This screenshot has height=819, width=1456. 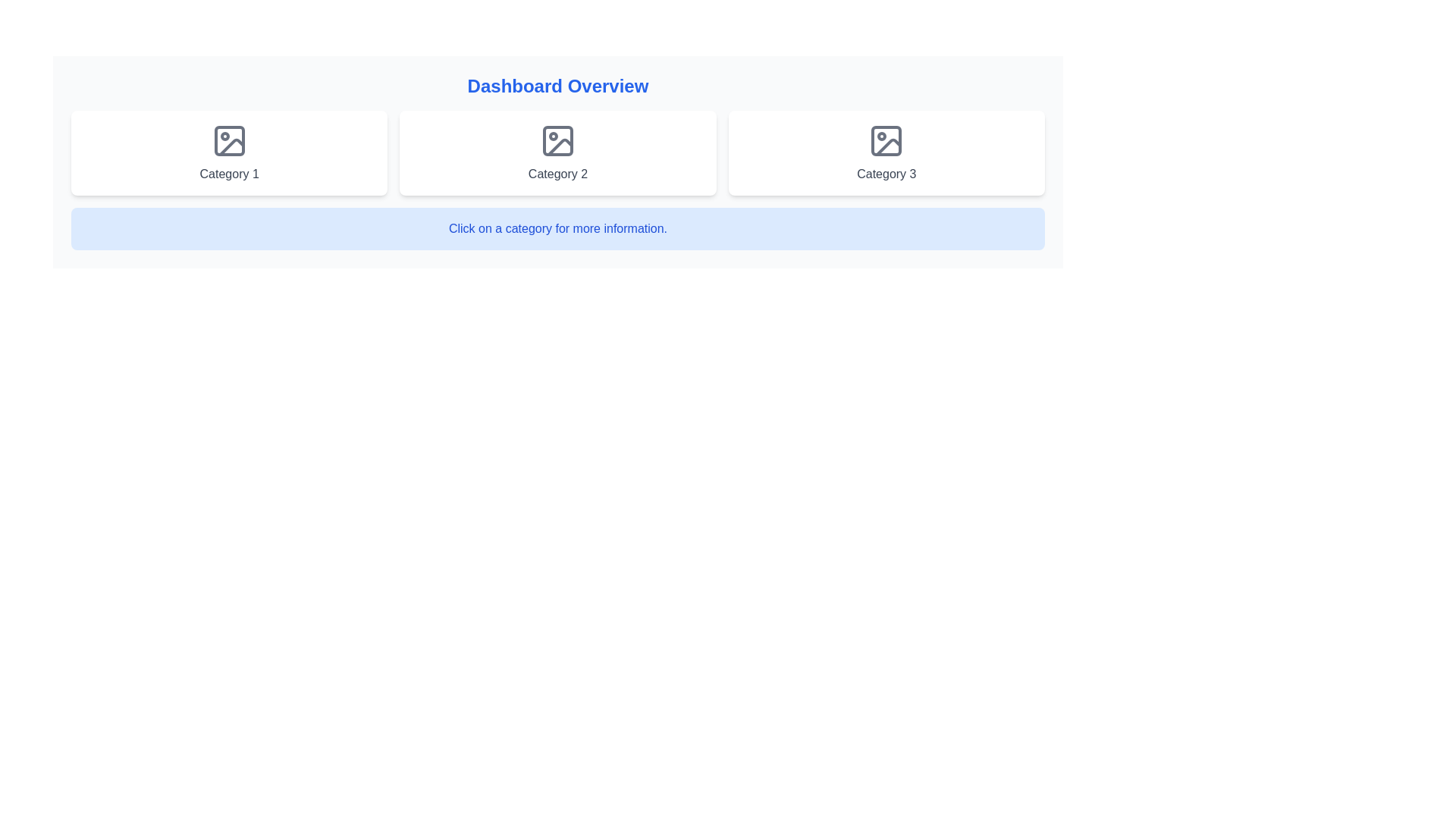 I want to click on the decorative icon that symbolizes an image placeholder located within the 'Category 2' card, which is the middle card under the 'Dashboard Overview' title, so click(x=557, y=140).